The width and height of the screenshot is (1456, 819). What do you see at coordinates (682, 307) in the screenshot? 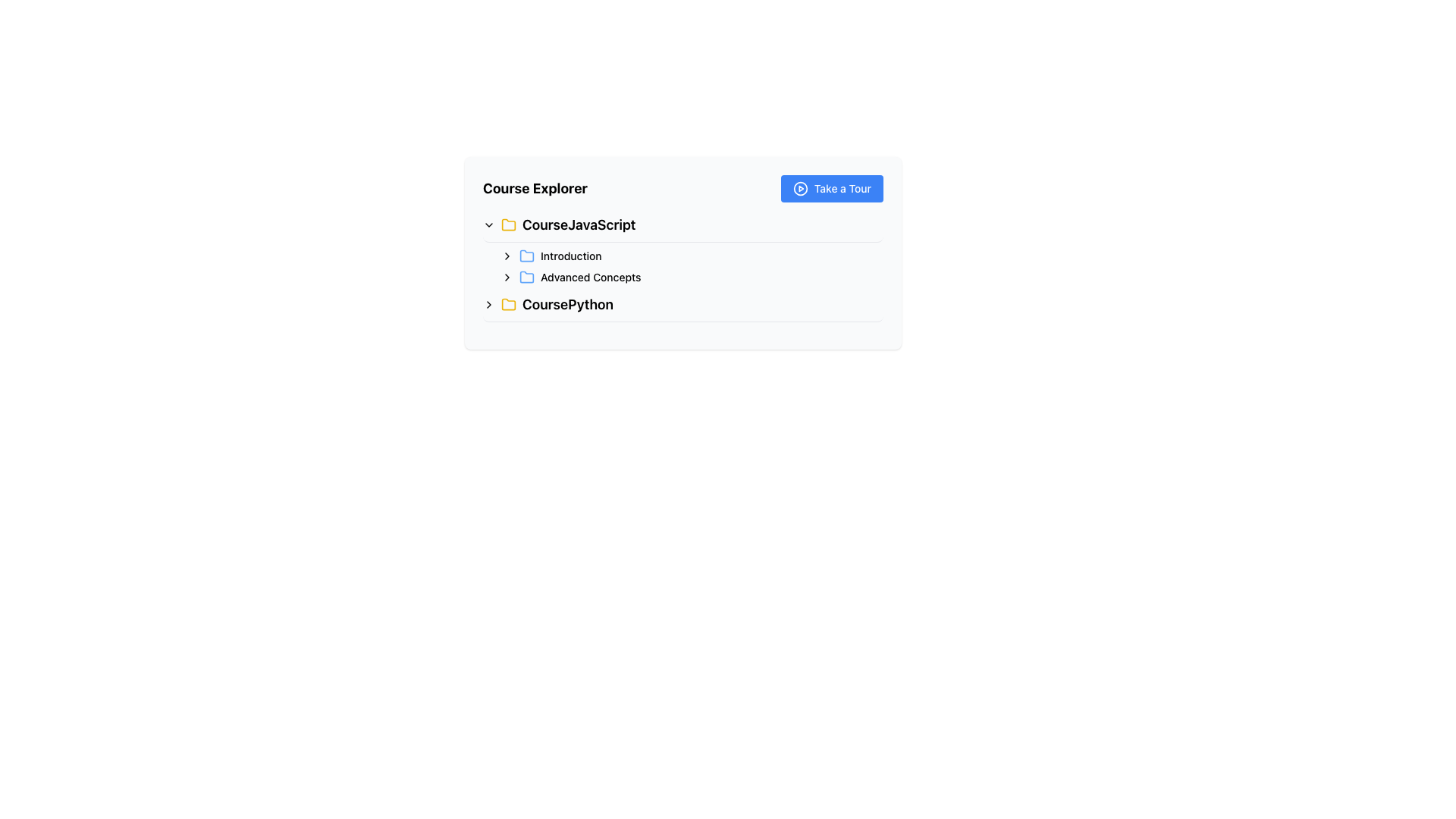
I see `the list item labeled 'CoursePython' in the course explorer interface` at bounding box center [682, 307].